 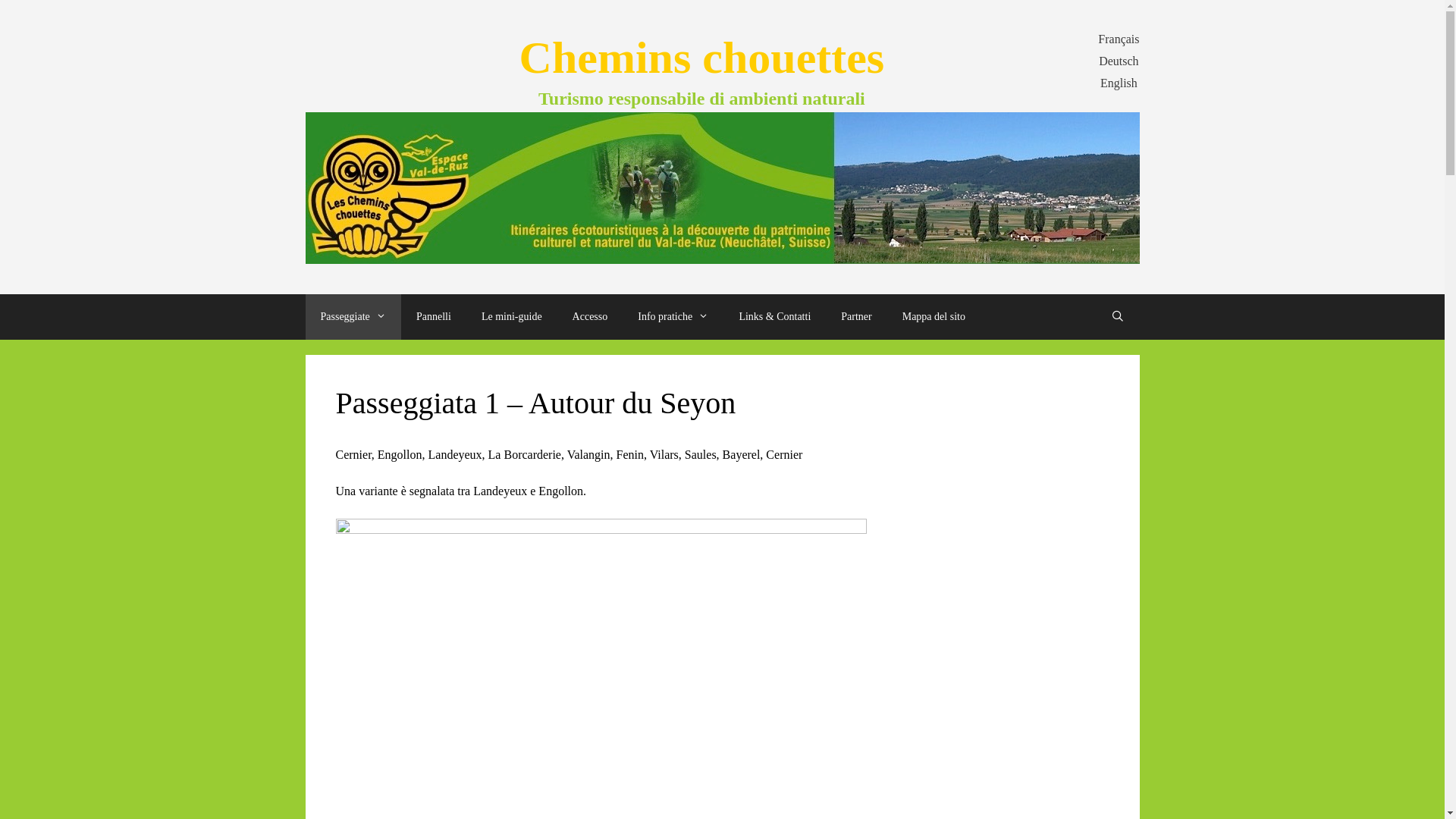 I want to click on 'Passeggiate', so click(x=352, y=315).